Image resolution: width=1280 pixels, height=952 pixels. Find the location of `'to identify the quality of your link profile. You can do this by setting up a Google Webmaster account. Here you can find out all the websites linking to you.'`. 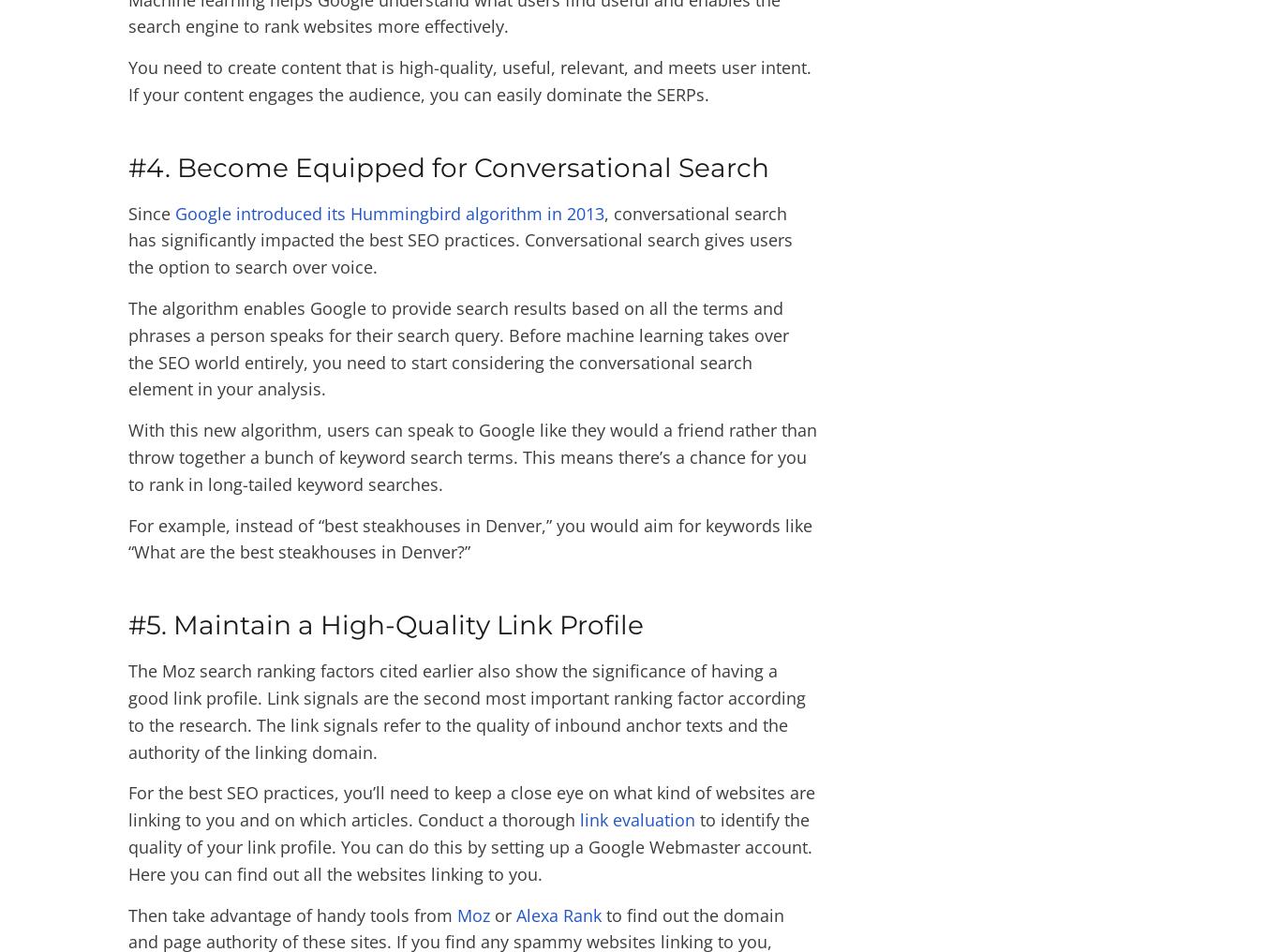

'to identify the quality of your link profile. You can do this by setting up a Google Webmaster account. Here you can find out all the websites linking to you.' is located at coordinates (470, 845).